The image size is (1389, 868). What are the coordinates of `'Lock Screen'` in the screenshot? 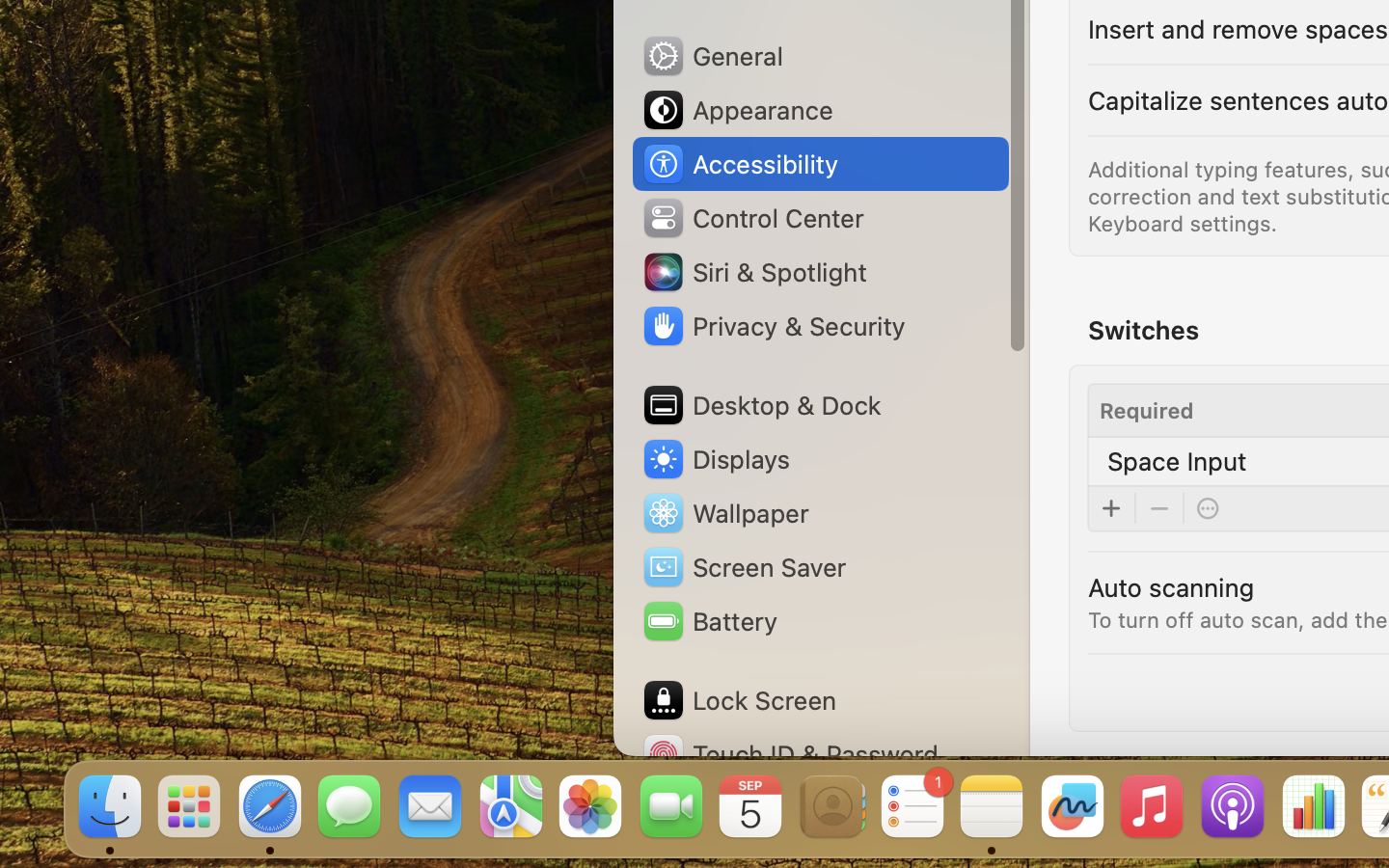 It's located at (737, 699).